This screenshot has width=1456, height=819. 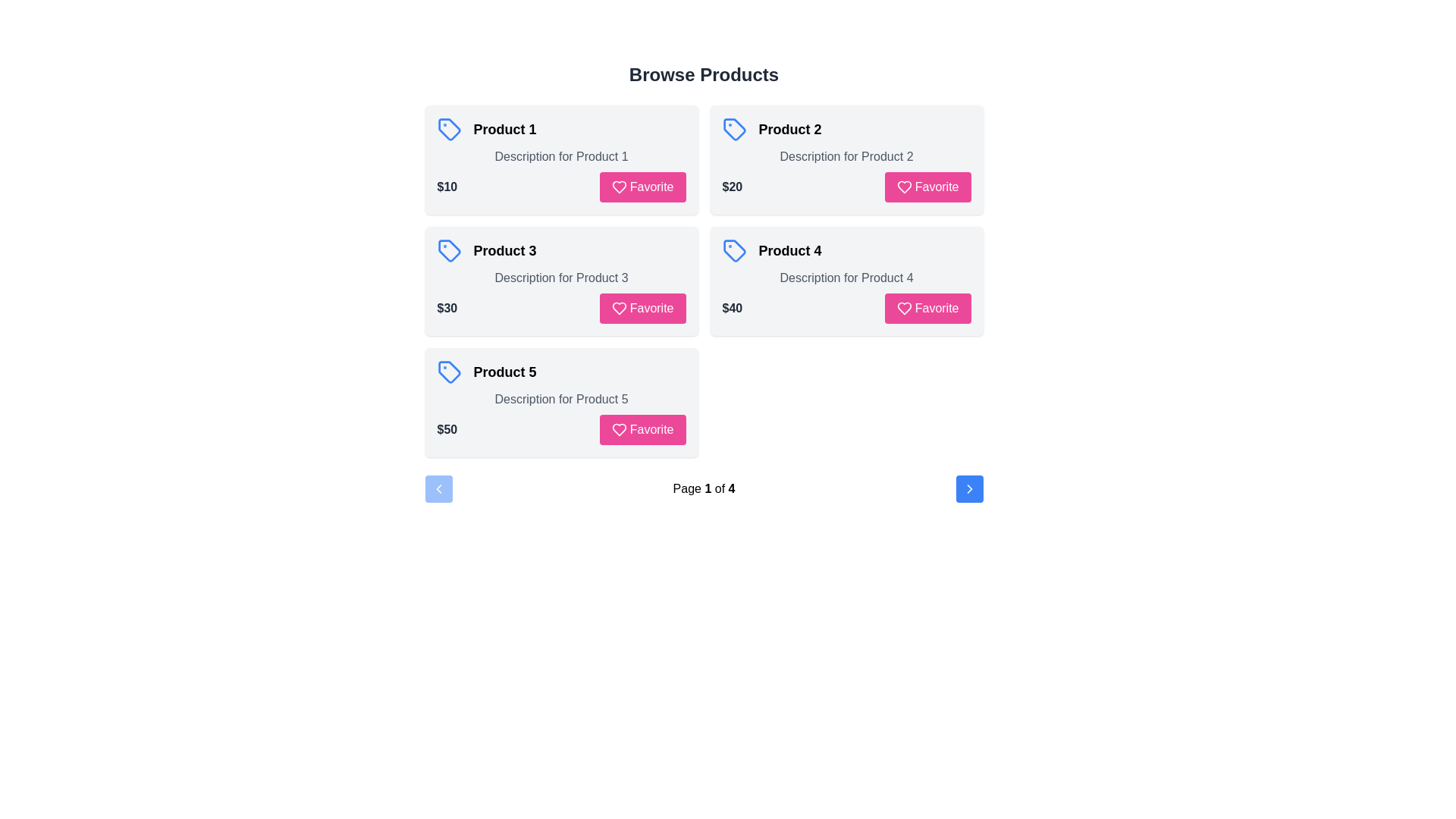 What do you see at coordinates (968, 488) in the screenshot?
I see `the small rightward-facing arrow icon located at the far right end of the navigation controls, adjacent to the pagination text 'Page 1 of 4'` at bounding box center [968, 488].